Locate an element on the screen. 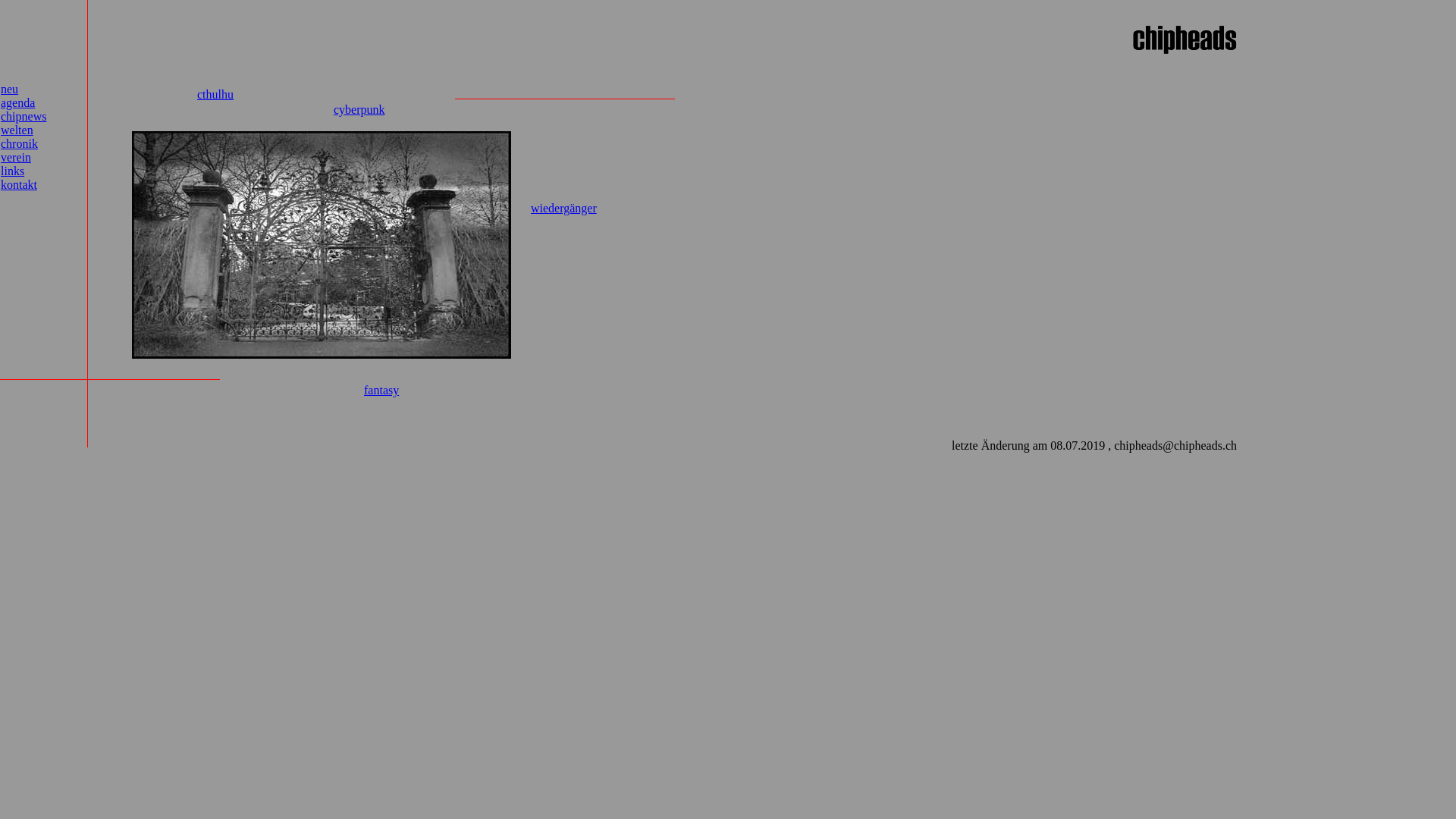 This screenshot has width=1456, height=819. 'agenda' is located at coordinates (0, 102).